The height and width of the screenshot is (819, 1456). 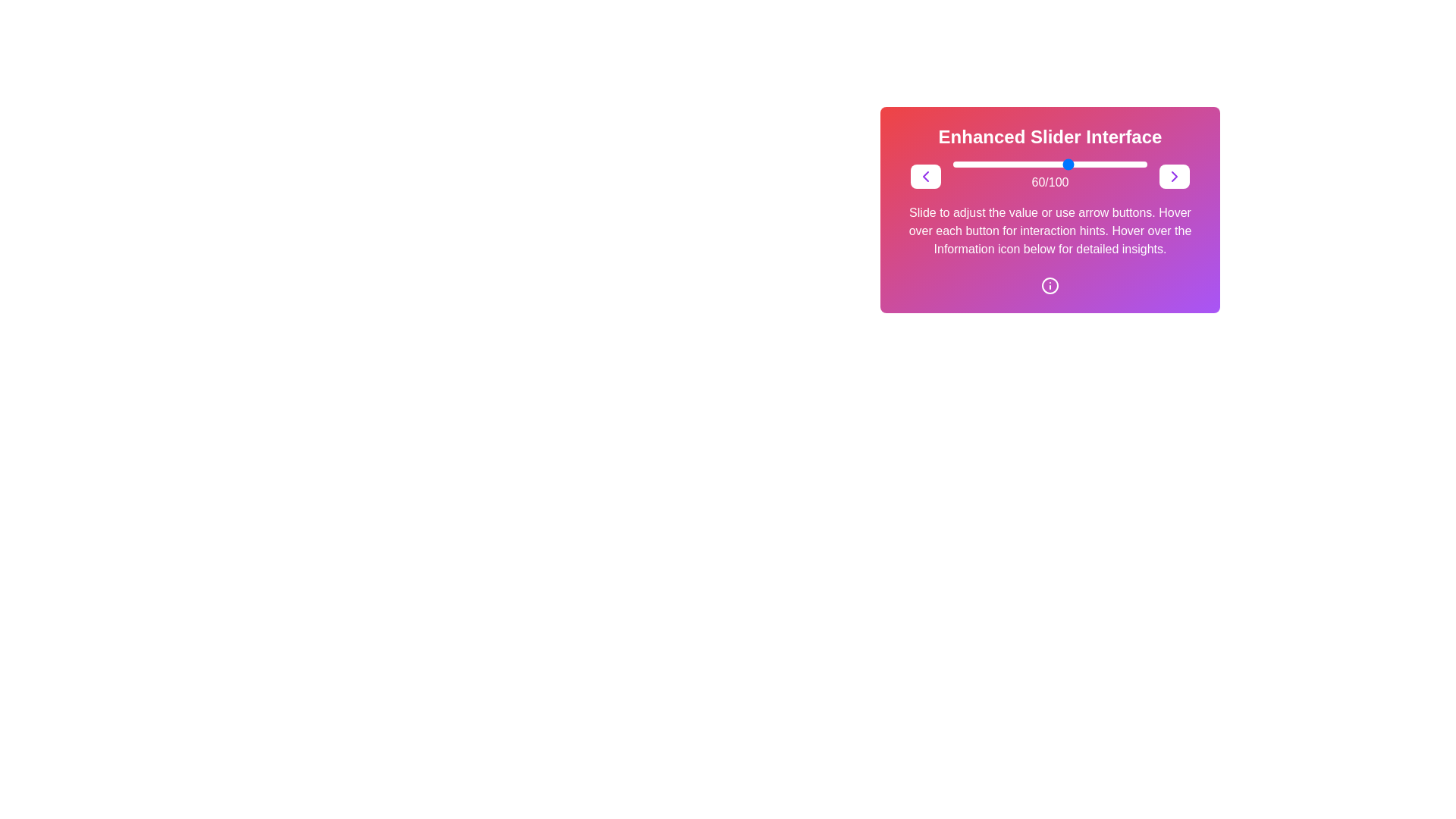 What do you see at coordinates (1050, 175) in the screenshot?
I see `the text label displaying the fraction '60/100', which is centrally located below the slider bar and surrounded by a gradient background` at bounding box center [1050, 175].